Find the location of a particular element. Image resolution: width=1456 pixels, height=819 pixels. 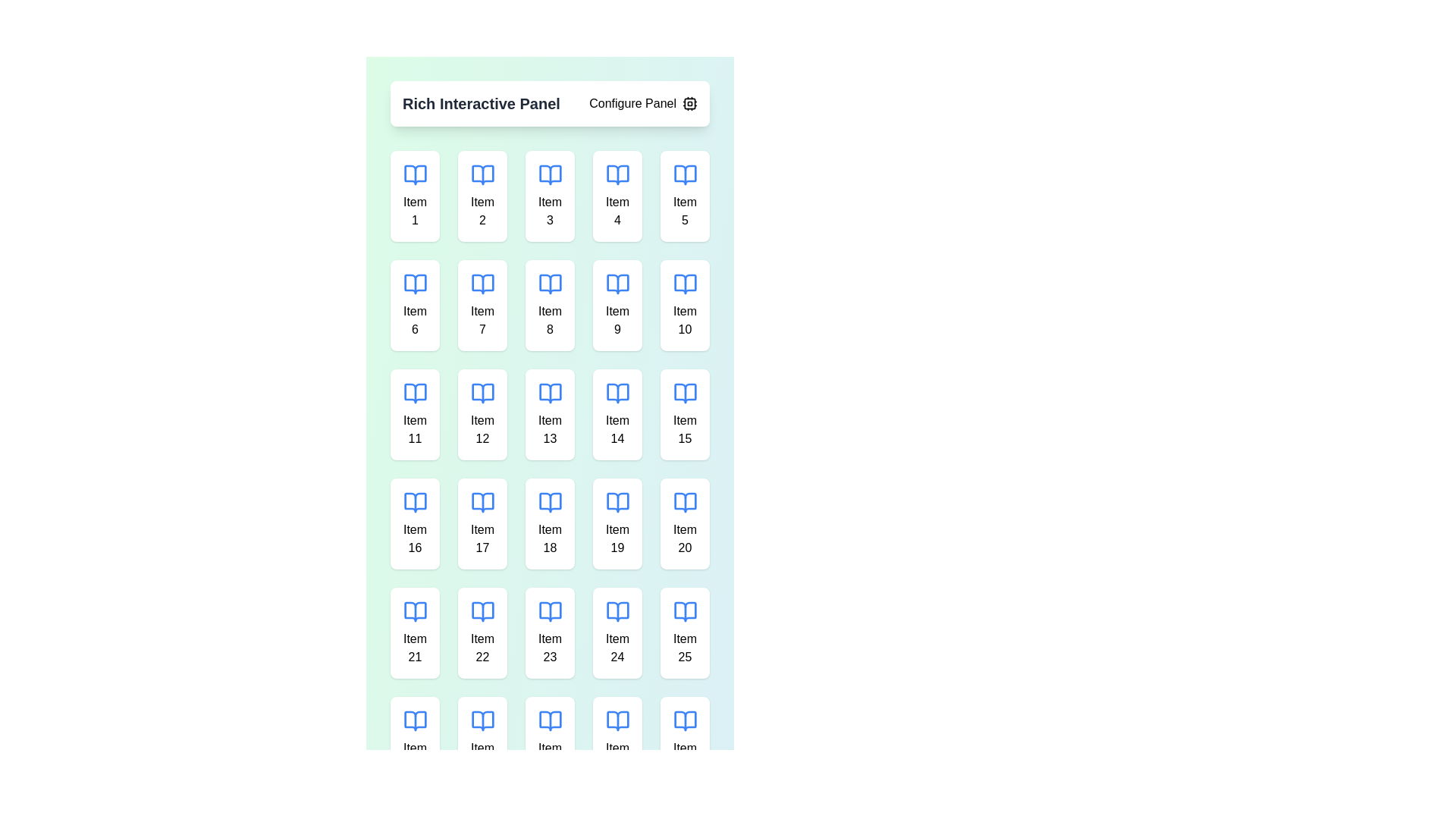

the header text of the component is located at coordinates (480, 103).